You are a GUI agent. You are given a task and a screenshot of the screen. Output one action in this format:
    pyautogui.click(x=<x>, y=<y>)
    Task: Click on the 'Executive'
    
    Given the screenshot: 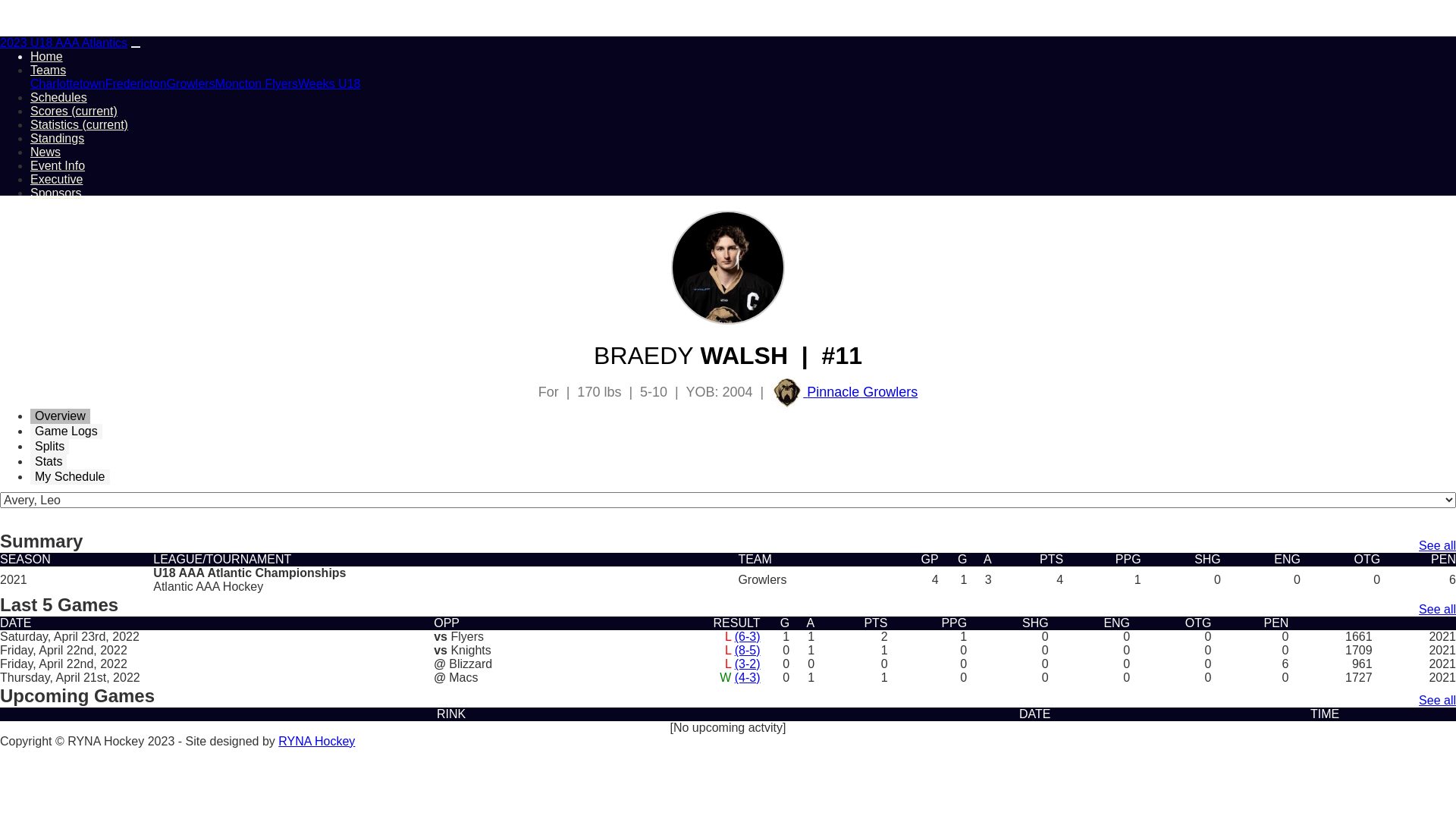 What is the action you would take?
    pyautogui.click(x=56, y=178)
    